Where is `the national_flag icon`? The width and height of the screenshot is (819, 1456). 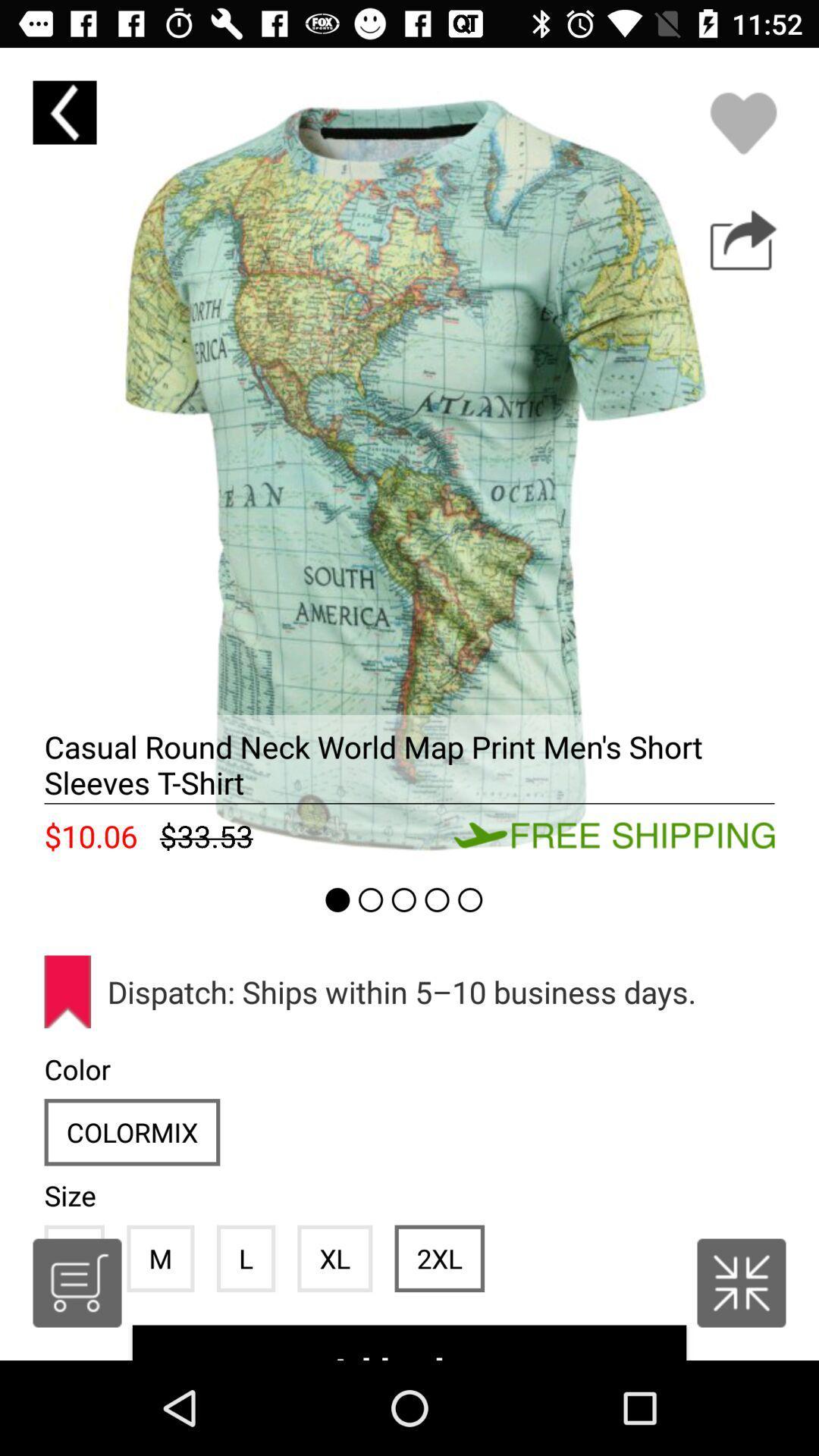 the national_flag icon is located at coordinates (741, 1282).